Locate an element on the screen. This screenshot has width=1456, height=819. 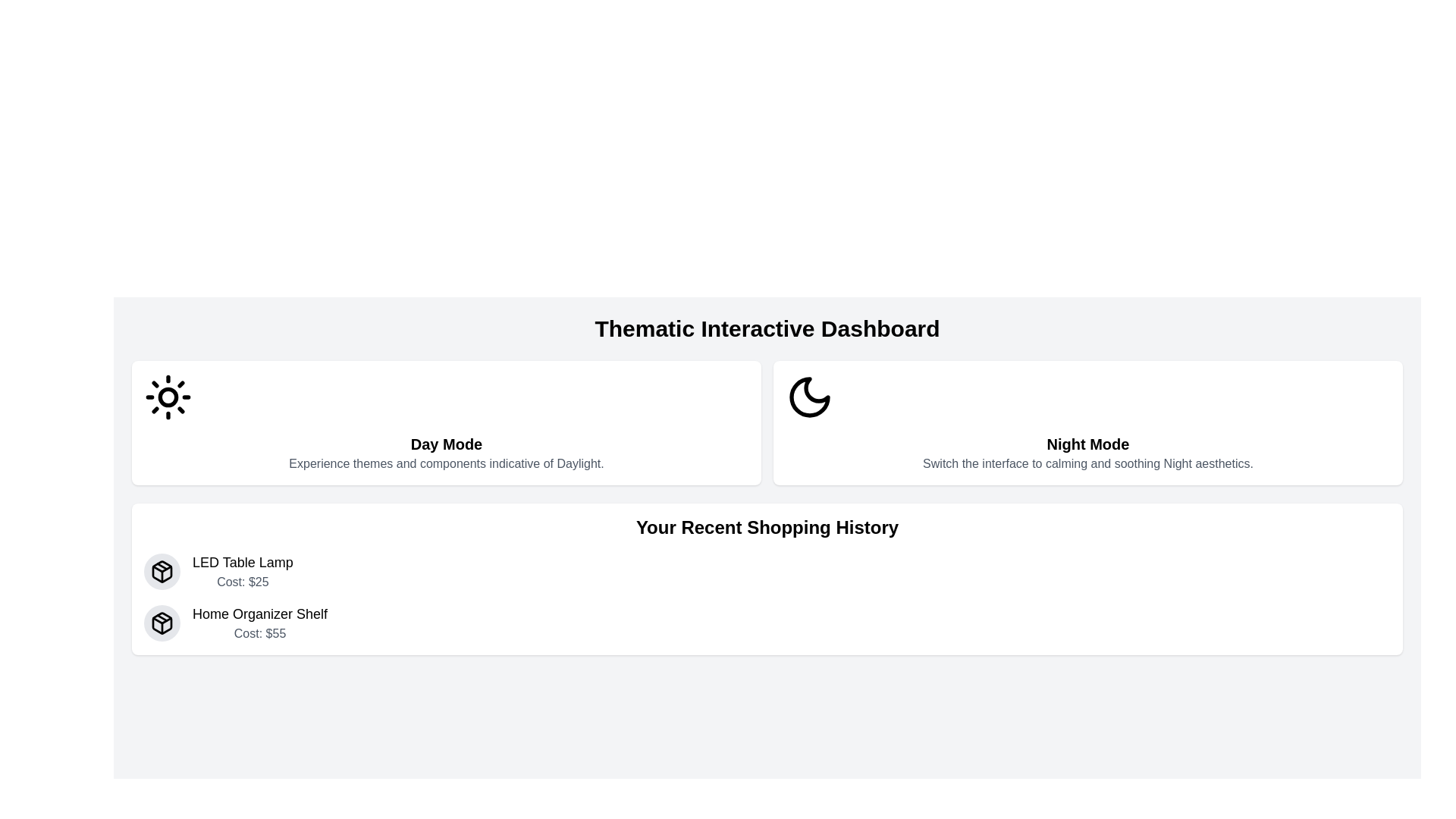
the package icon located in the 'Your Recent Shopping History' panel, which is styled in black with a circular light gray background and positioned to the left of the 'LED Table Lamp' text is located at coordinates (162, 571).